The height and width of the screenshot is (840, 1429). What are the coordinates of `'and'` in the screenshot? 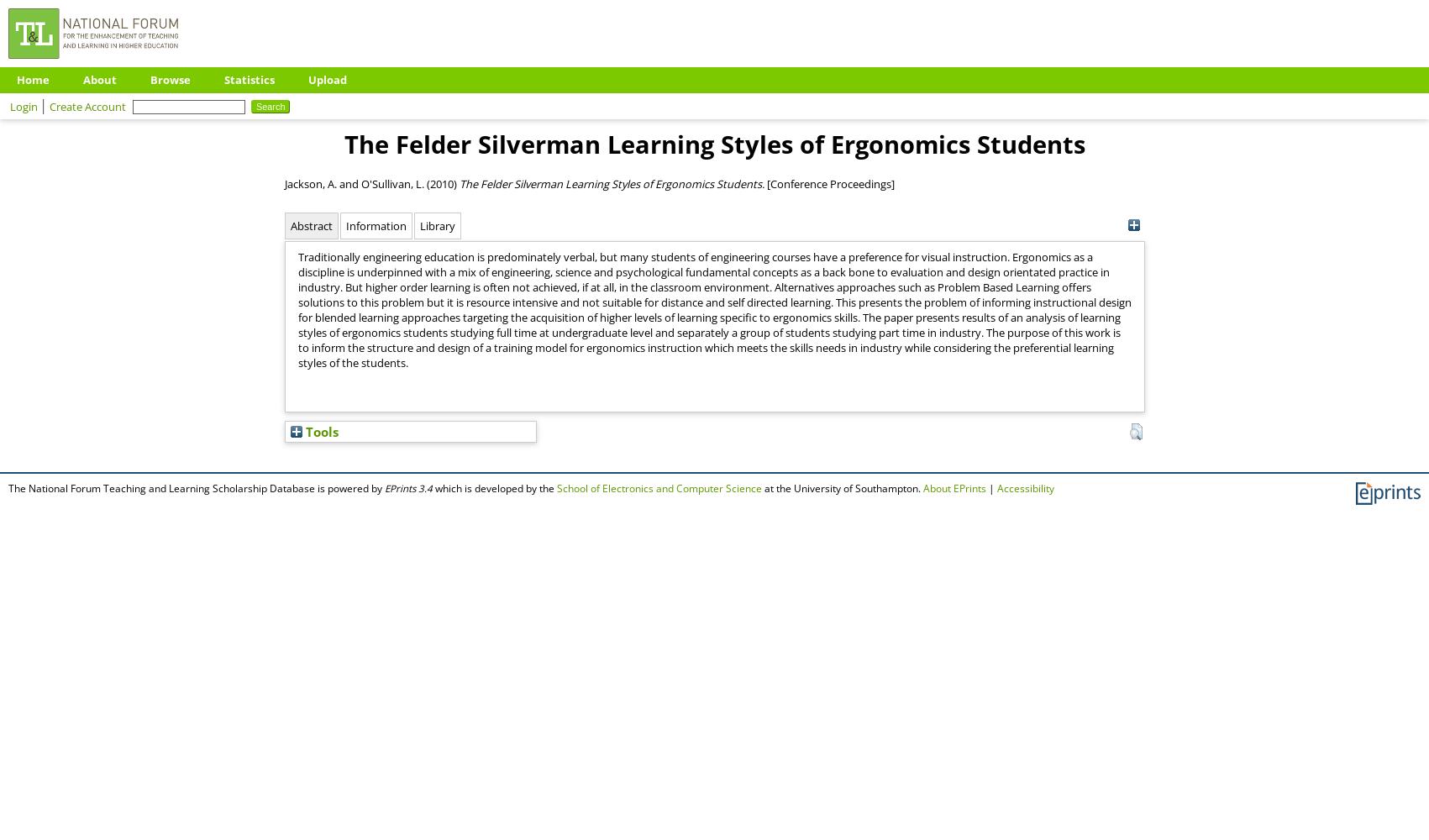 It's located at (347, 182).